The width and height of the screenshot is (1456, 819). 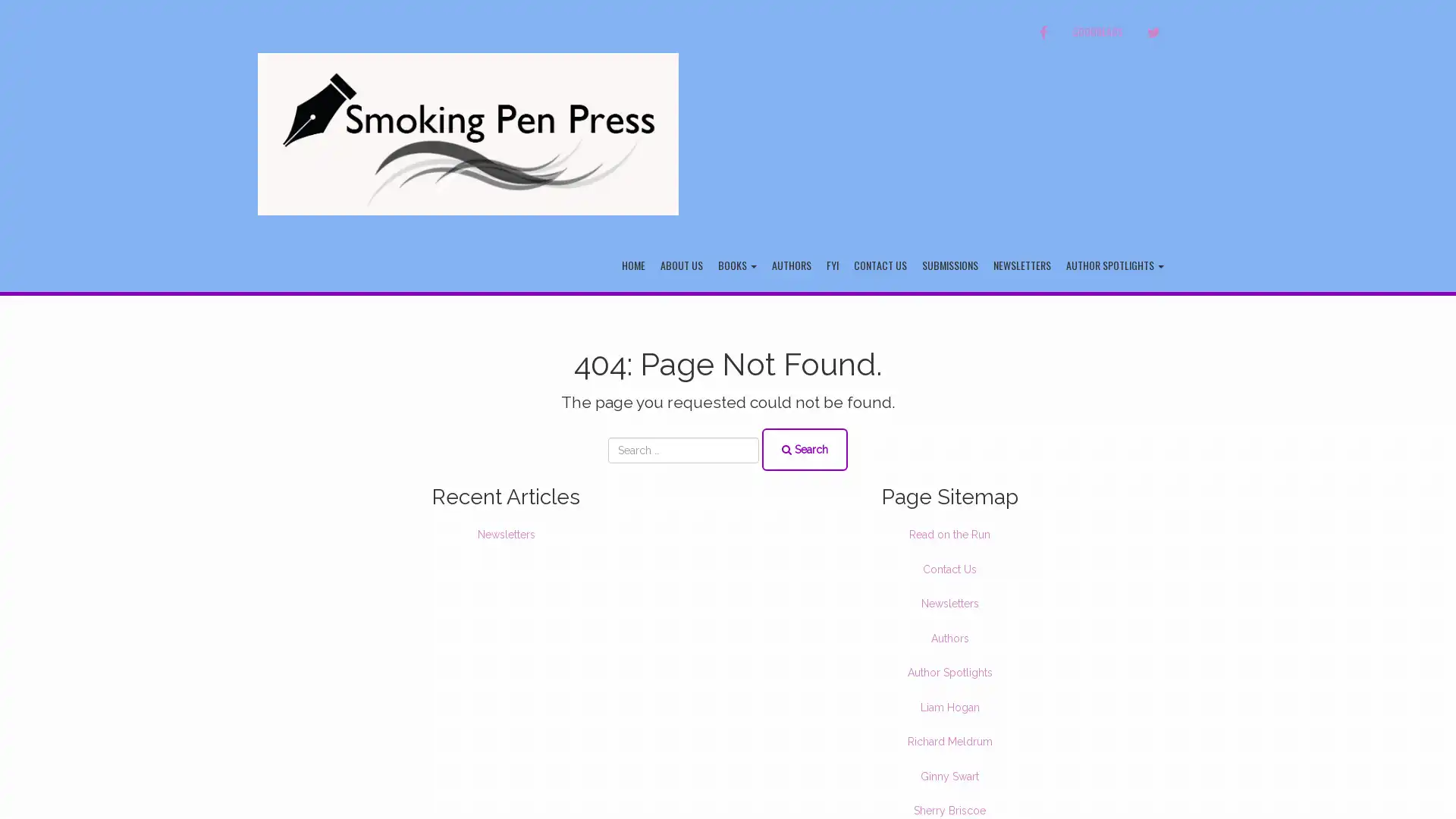 I want to click on Search, so click(x=804, y=448).